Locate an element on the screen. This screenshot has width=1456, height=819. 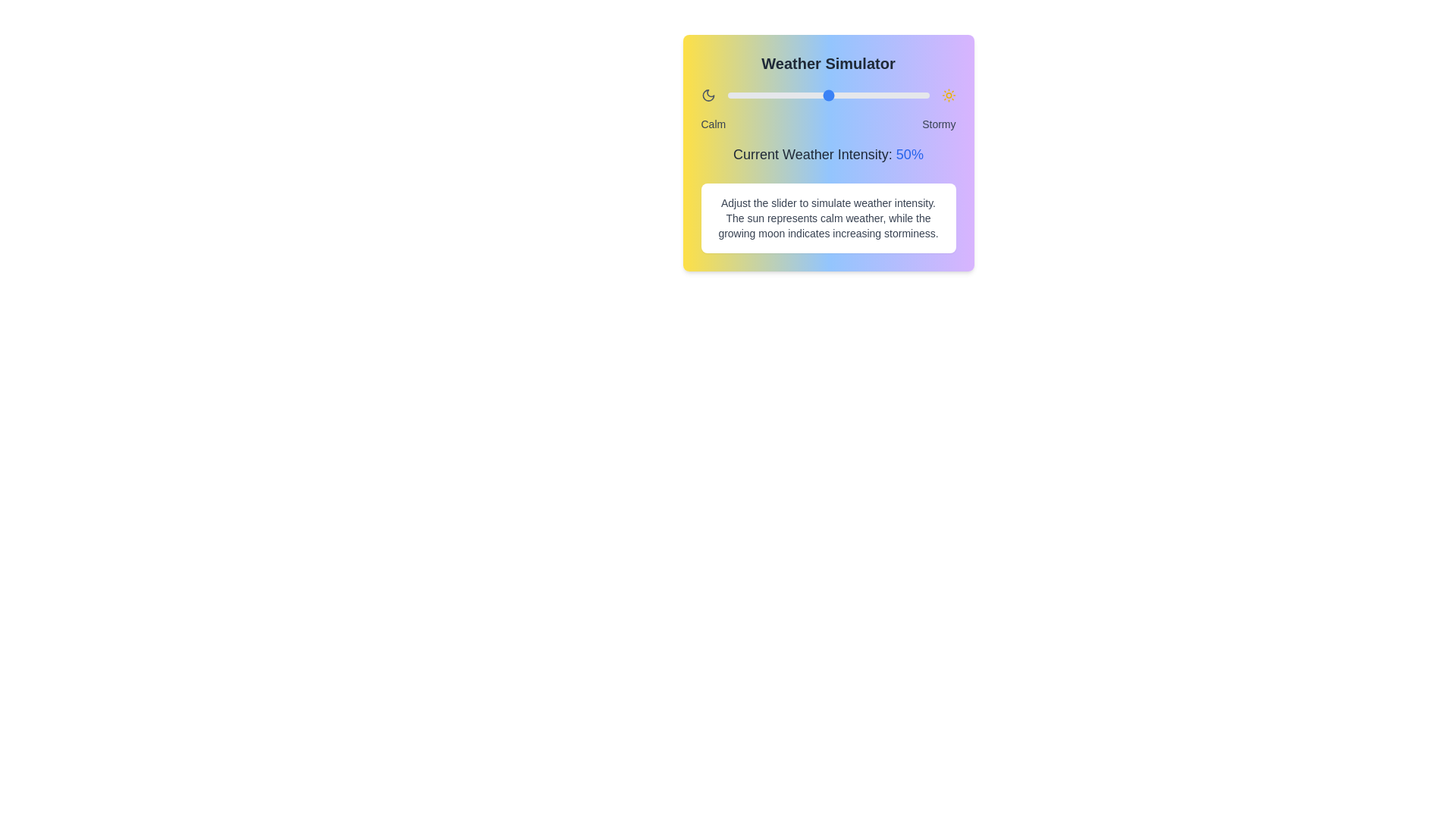
the weather intensity slider to 19% is located at coordinates (766, 96).